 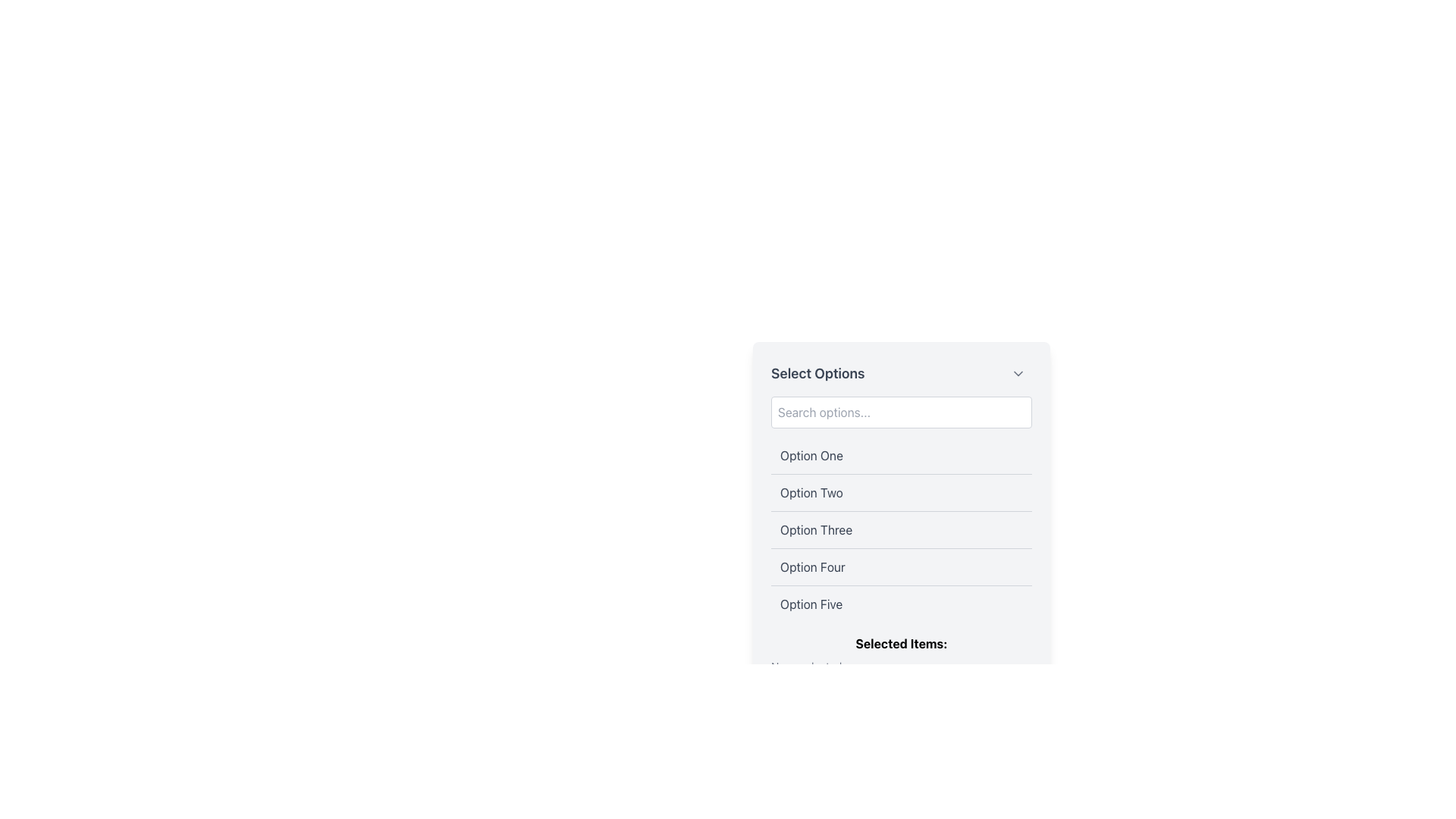 I want to click on the text label indicating the section where selected items are displayed, which is located above the text 'None selected.', so click(x=902, y=643).